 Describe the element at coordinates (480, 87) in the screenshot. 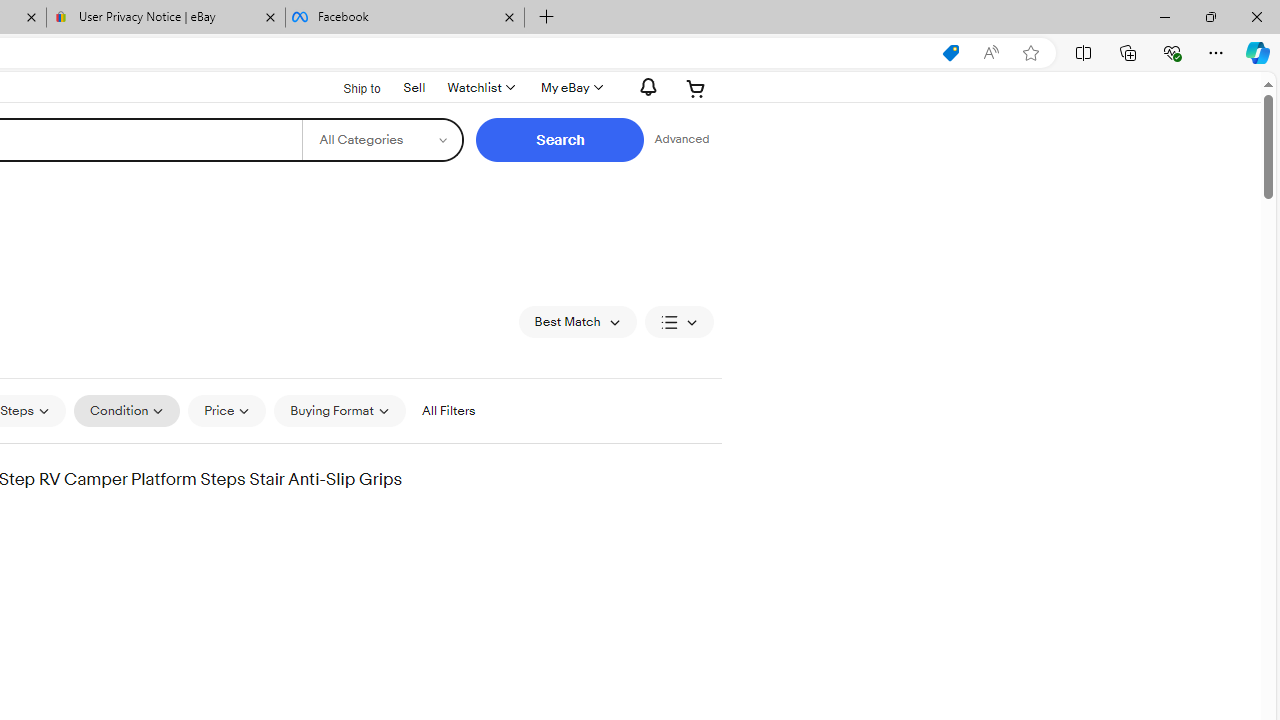

I see `'WatchlistExpand Watch List'` at that location.